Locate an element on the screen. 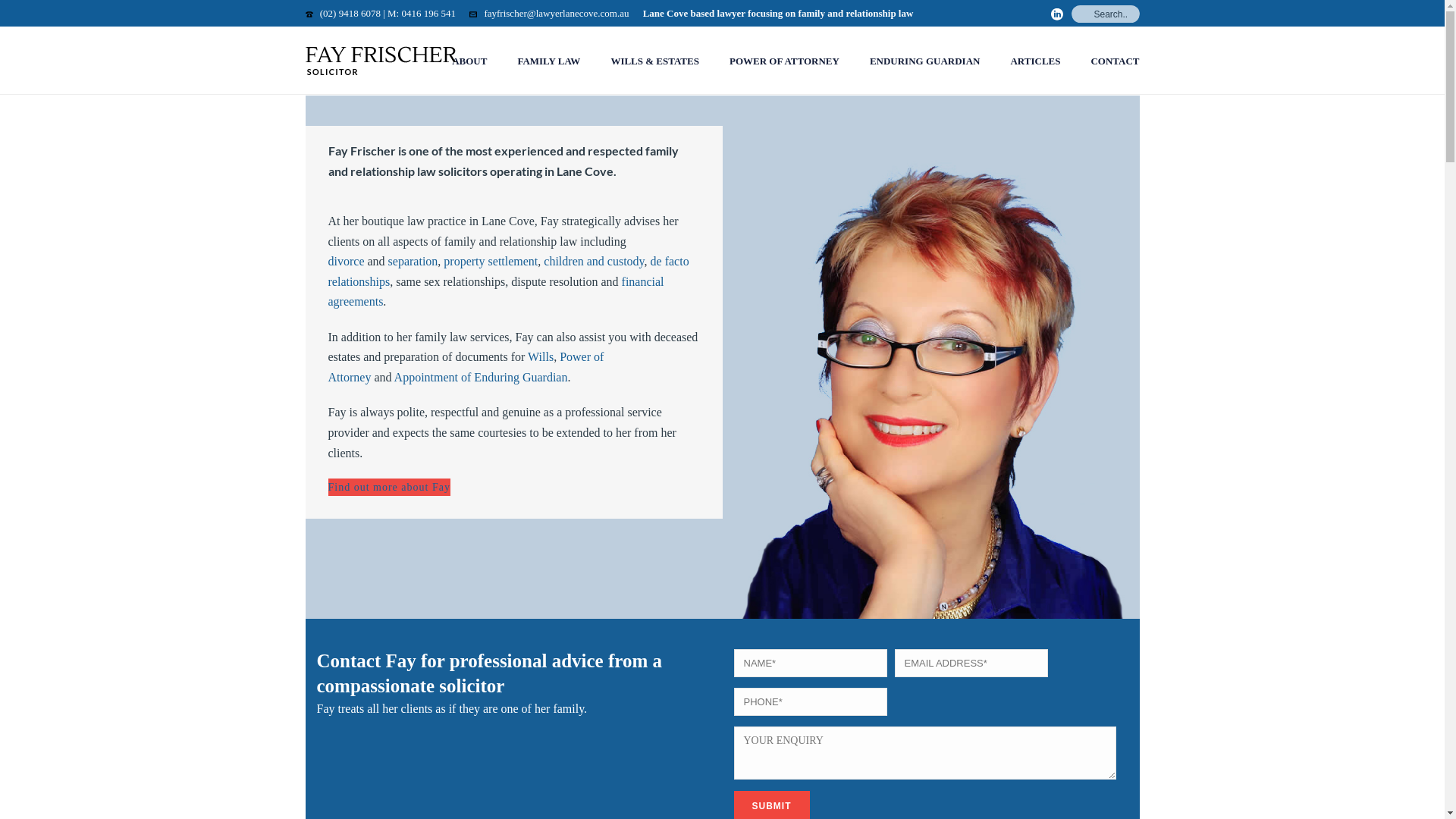  '(02) 9418 6078 | M: 0416 196 541' is located at coordinates (319, 13).